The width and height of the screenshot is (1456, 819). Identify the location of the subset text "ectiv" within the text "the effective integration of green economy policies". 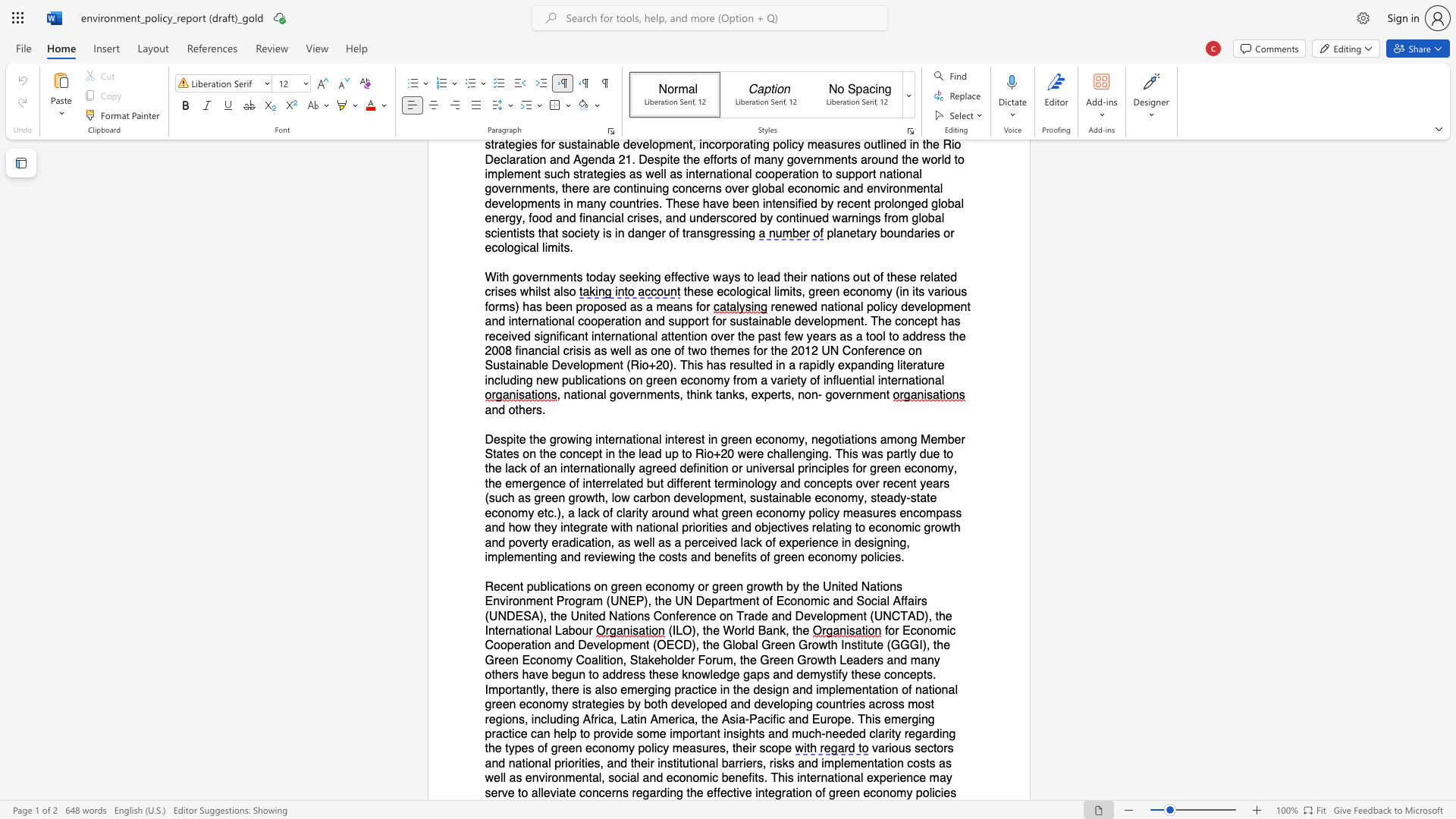
(719, 792).